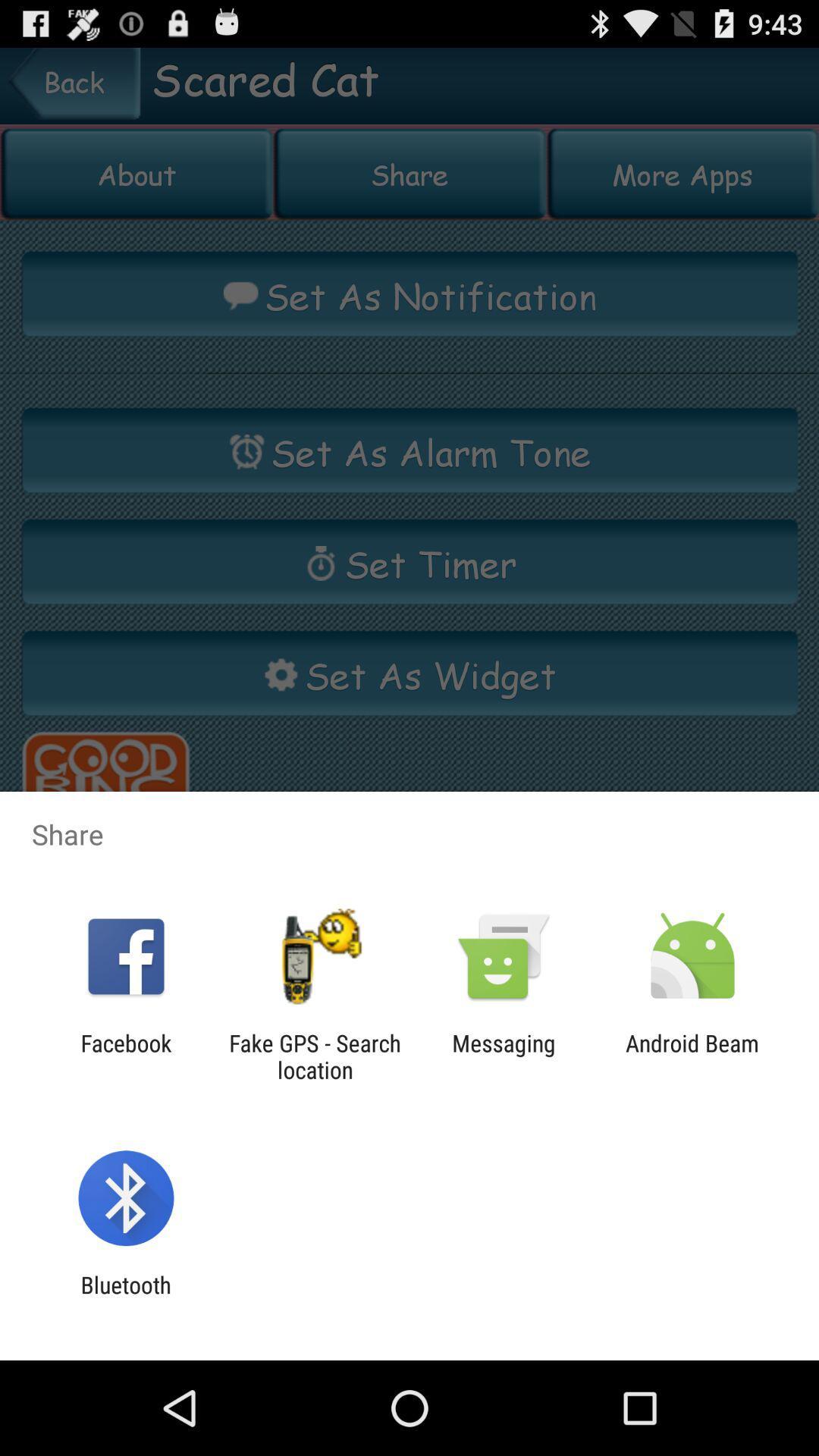 This screenshot has height=1456, width=819. What do you see at coordinates (692, 1056) in the screenshot?
I see `the icon at the bottom right corner` at bounding box center [692, 1056].